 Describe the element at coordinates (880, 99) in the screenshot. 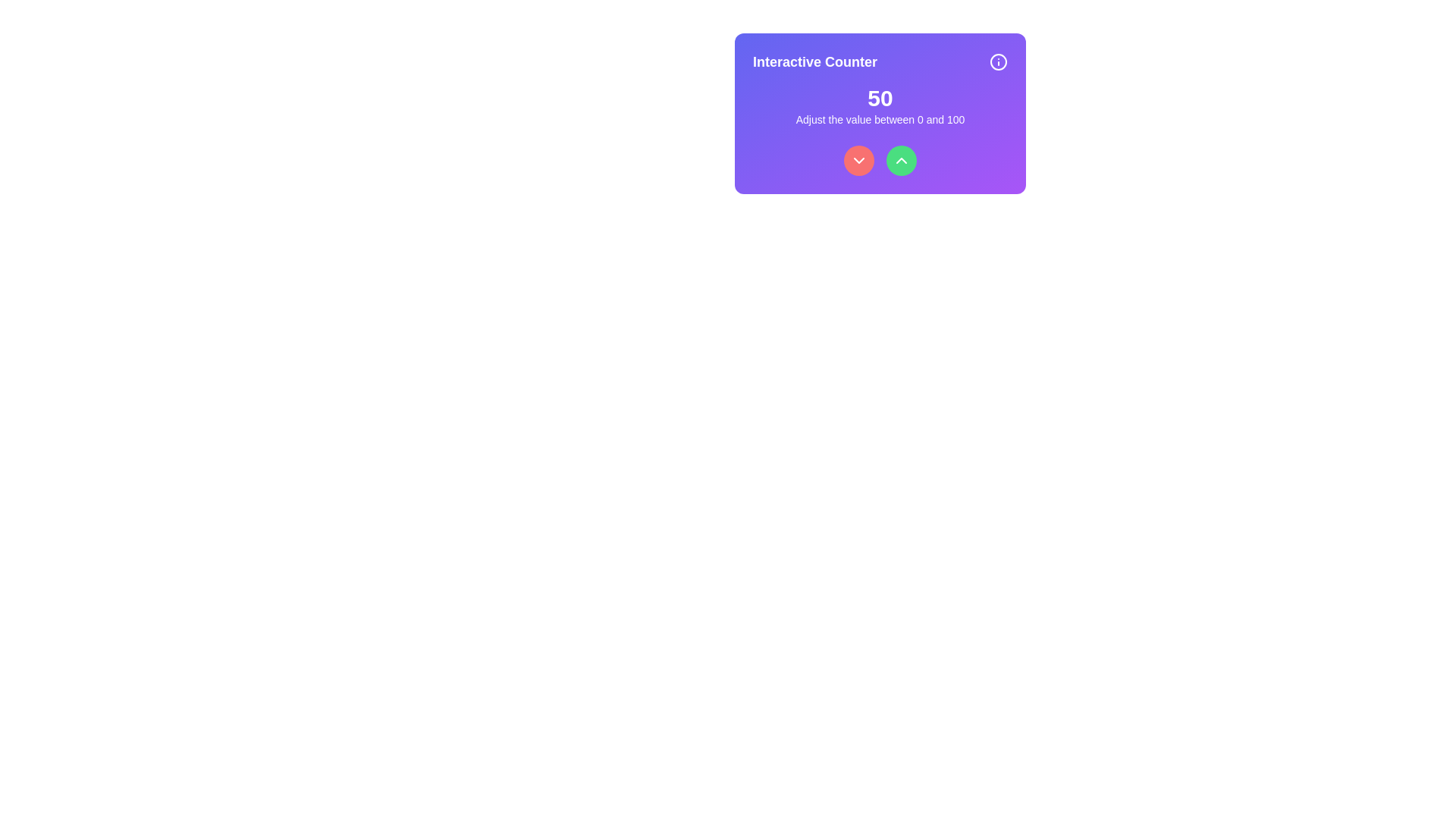

I see `the number '50' displayed in a bold and large font, centrally aligned within a purple rectangle labeled 'Interactive Counter'` at that location.